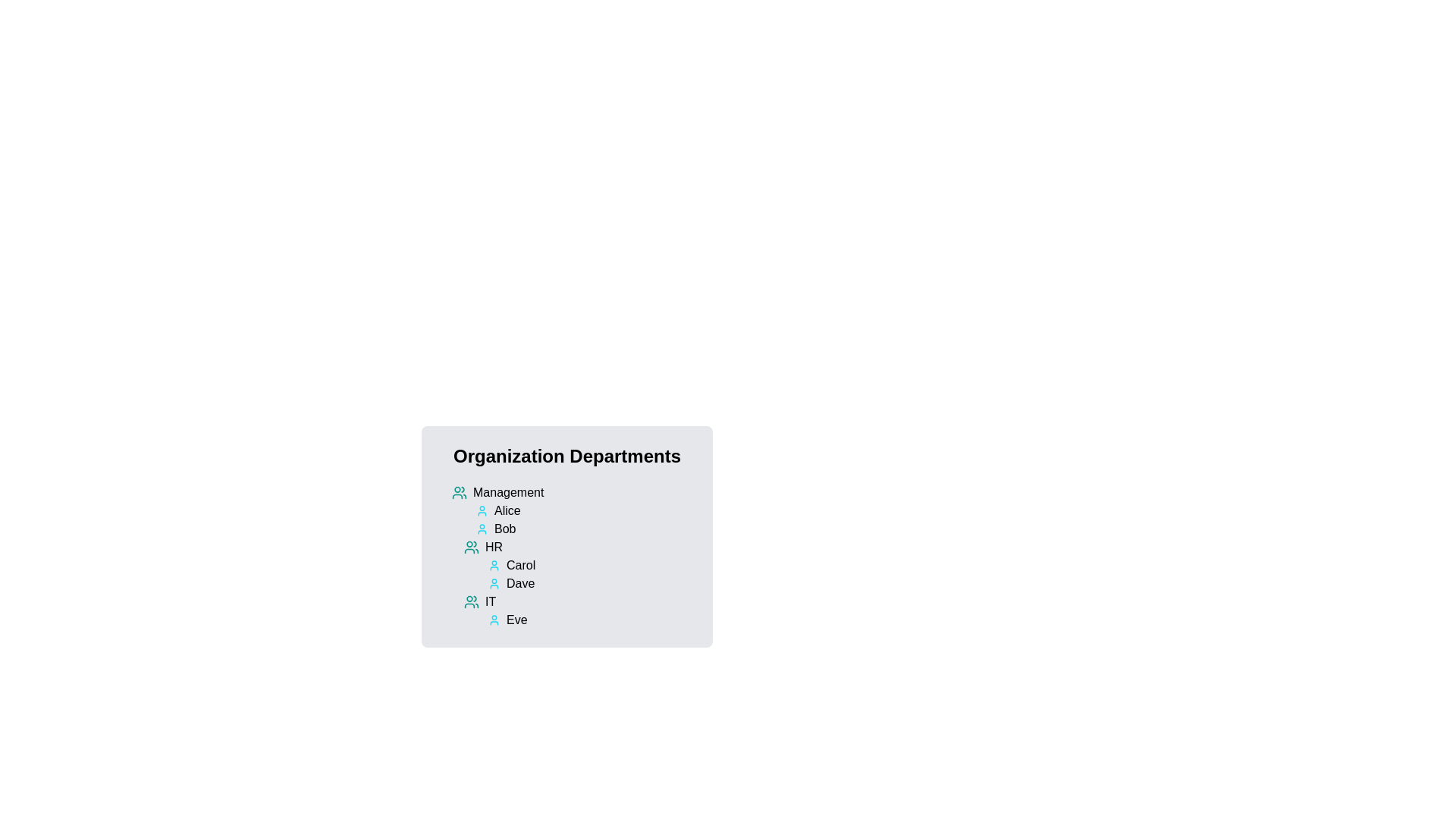 This screenshot has height=819, width=1456. What do you see at coordinates (590, 565) in the screenshot?
I see `the list item representing the user 'Carol' under the HR department for user-specific actions or details` at bounding box center [590, 565].